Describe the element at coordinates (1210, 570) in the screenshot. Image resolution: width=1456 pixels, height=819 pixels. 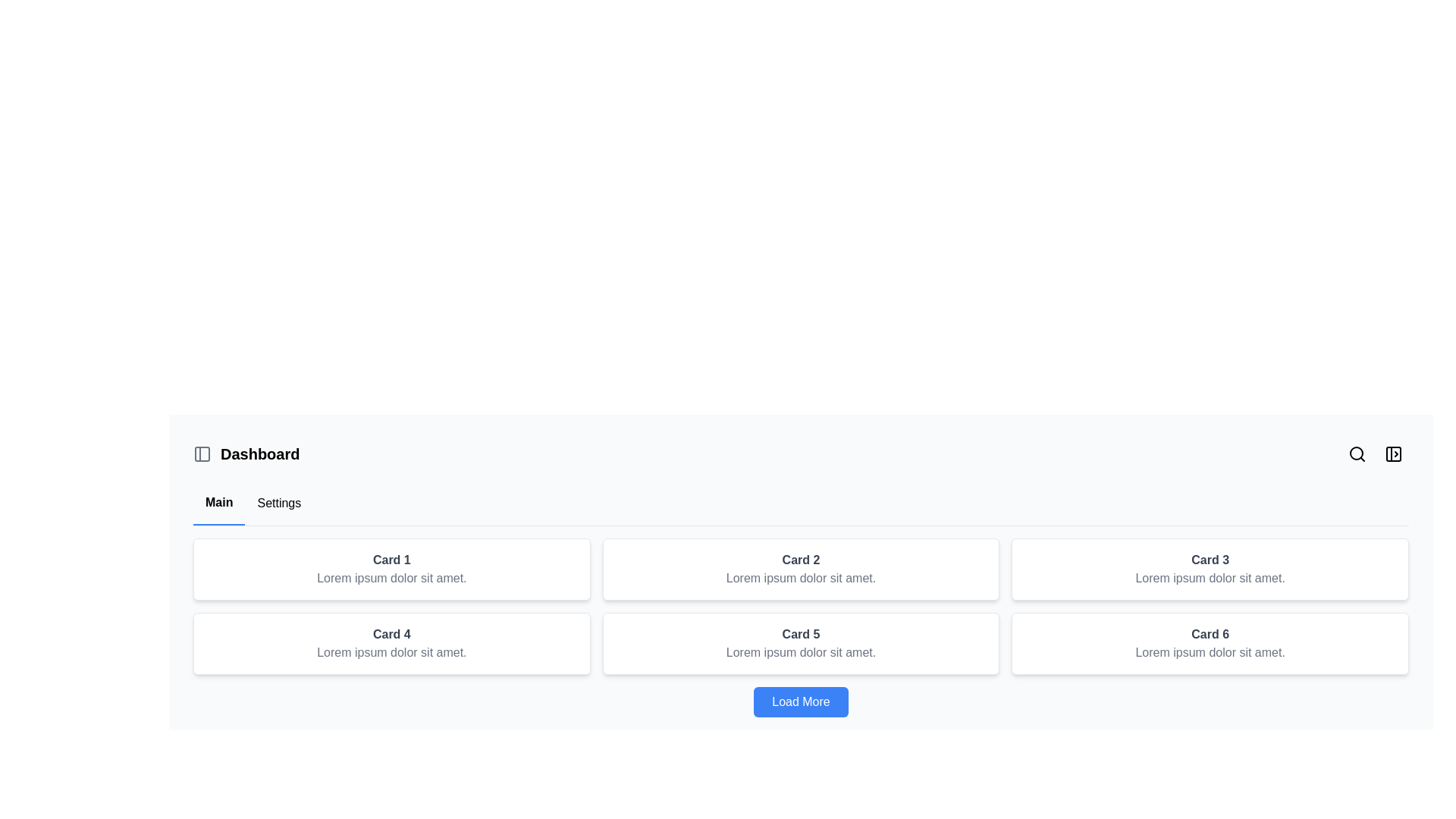
I see `text inside the card located in the top-right corner of the grid's first row` at that location.